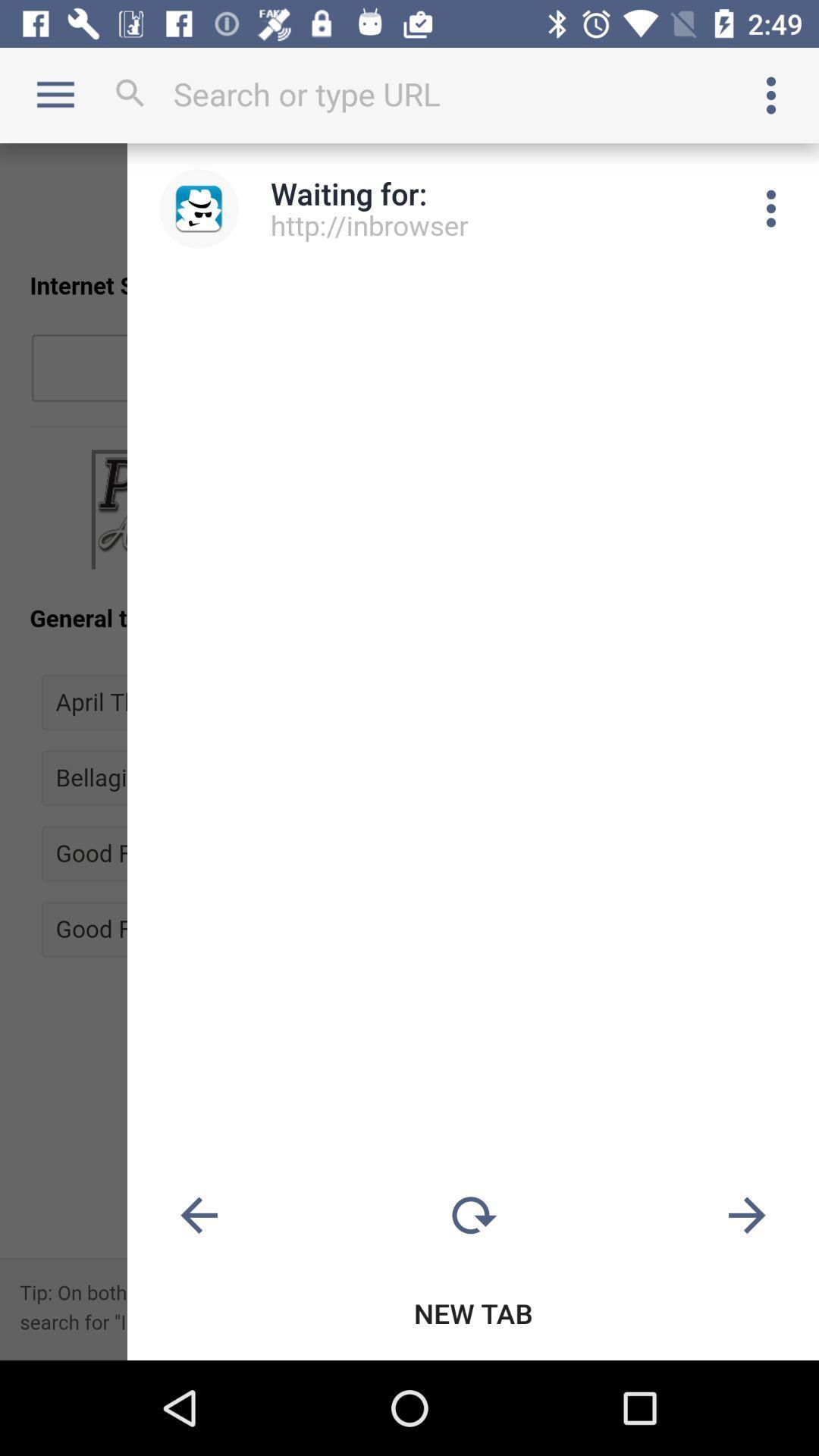 The image size is (819, 1456). Describe the element at coordinates (369, 224) in the screenshot. I see `the http://inbrowser item` at that location.